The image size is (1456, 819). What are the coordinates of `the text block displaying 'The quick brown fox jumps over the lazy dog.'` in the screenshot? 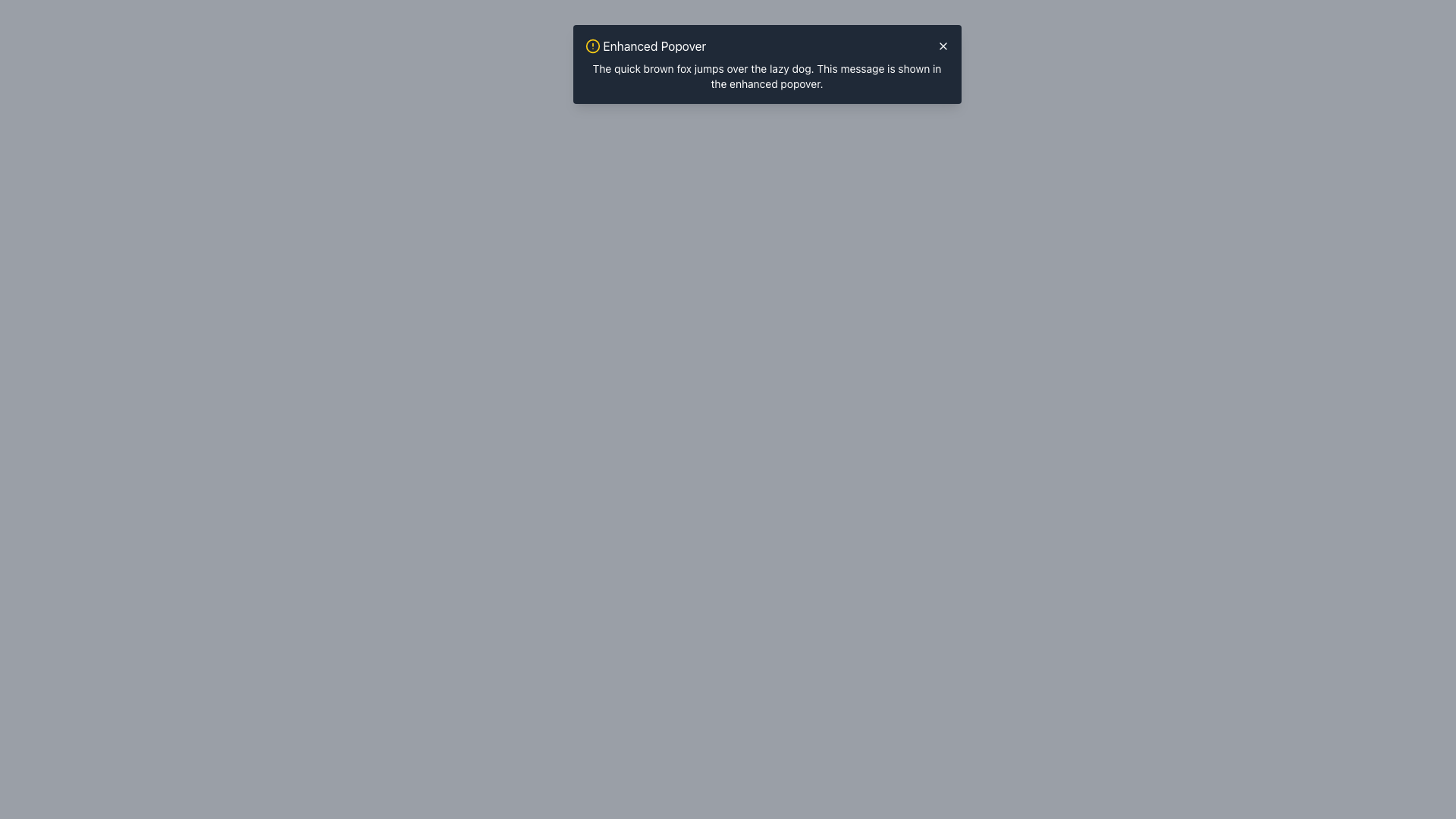 It's located at (767, 76).